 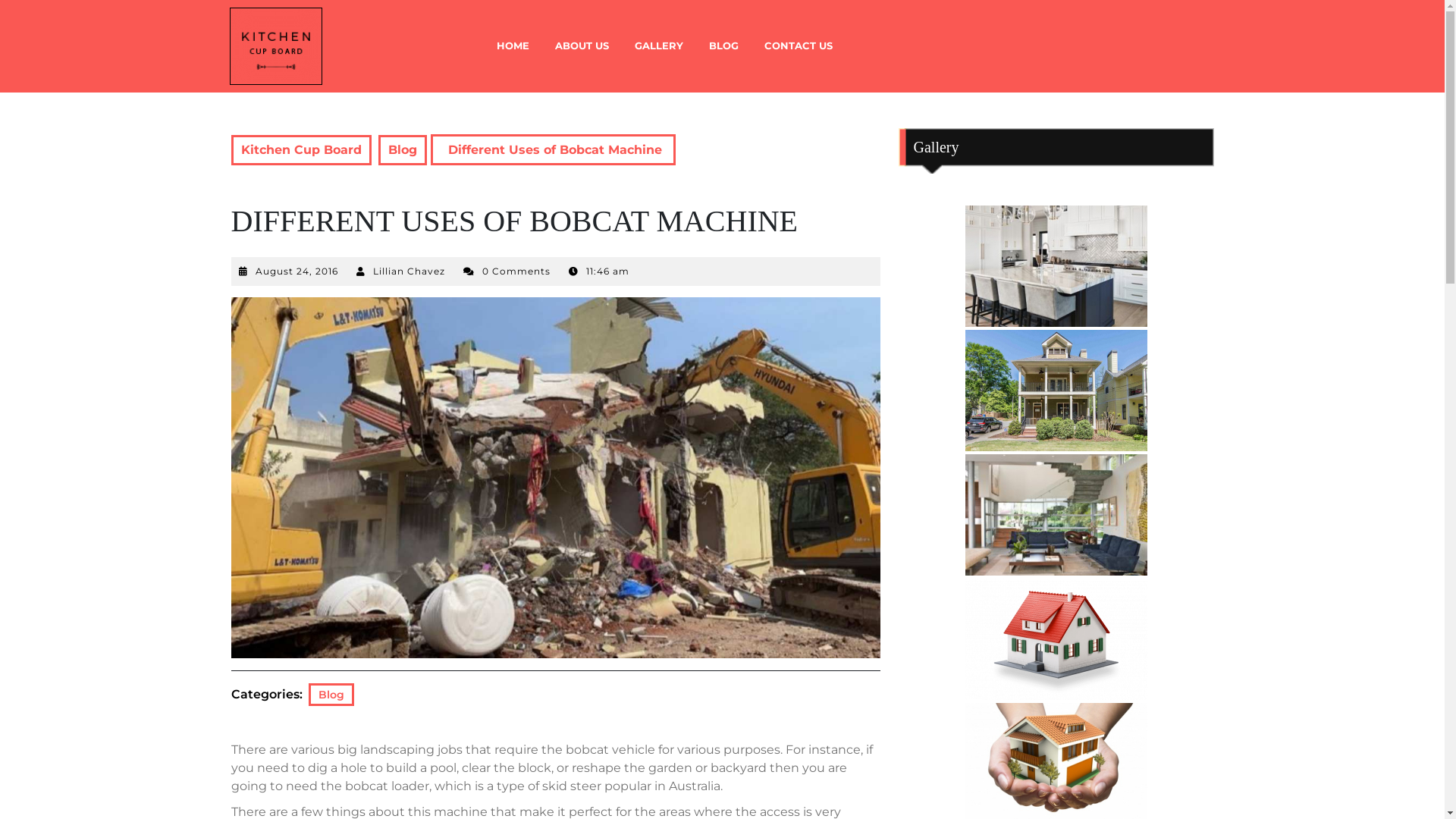 I want to click on 'Blog', so click(x=401, y=149).